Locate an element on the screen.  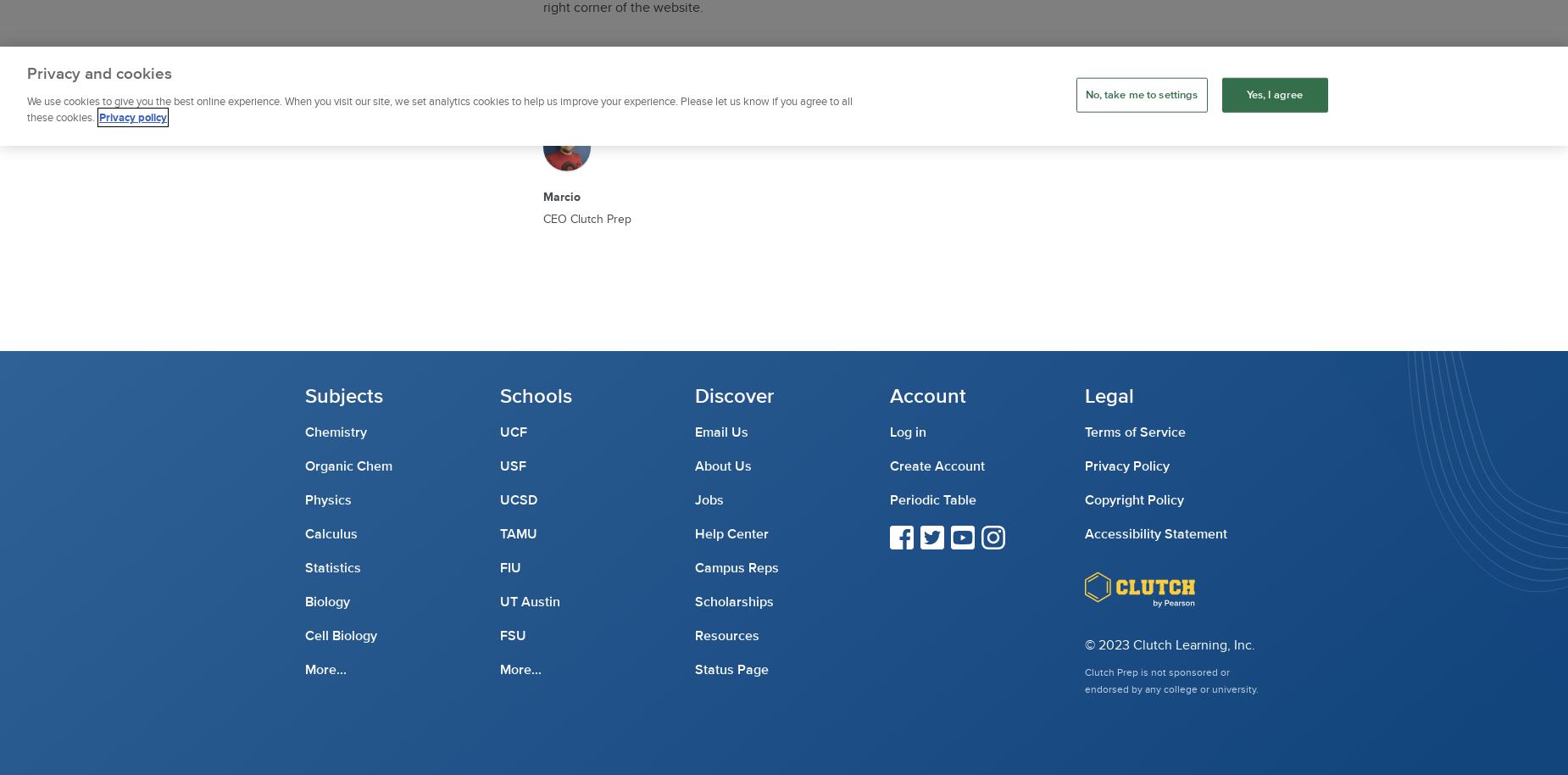
'Jobs' is located at coordinates (709, 499).